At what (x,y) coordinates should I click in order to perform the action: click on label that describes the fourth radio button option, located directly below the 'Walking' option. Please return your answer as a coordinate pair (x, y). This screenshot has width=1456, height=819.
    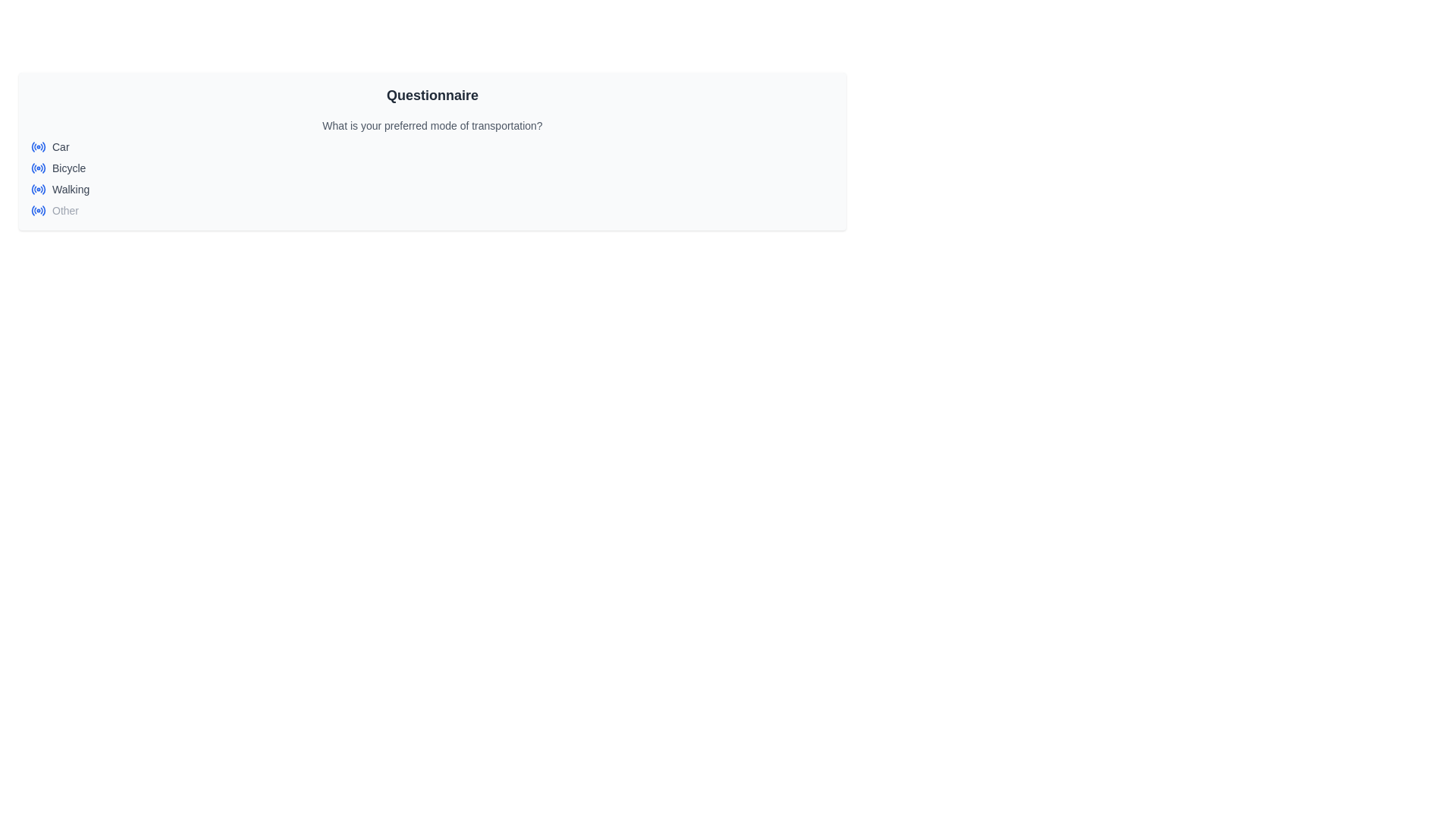
    Looking at the image, I should click on (64, 210).